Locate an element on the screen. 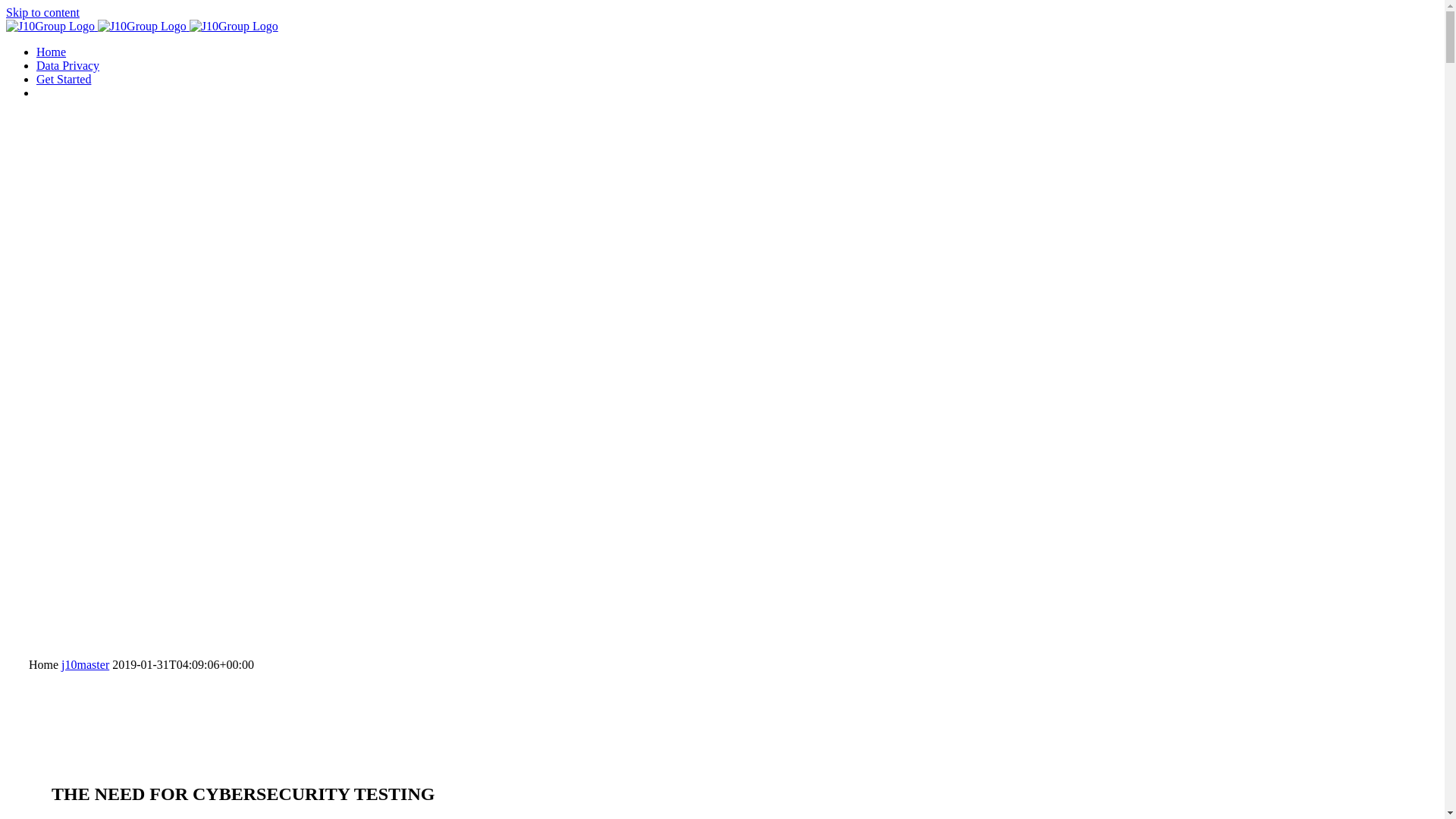  'Skip to content' is located at coordinates (6, 12).